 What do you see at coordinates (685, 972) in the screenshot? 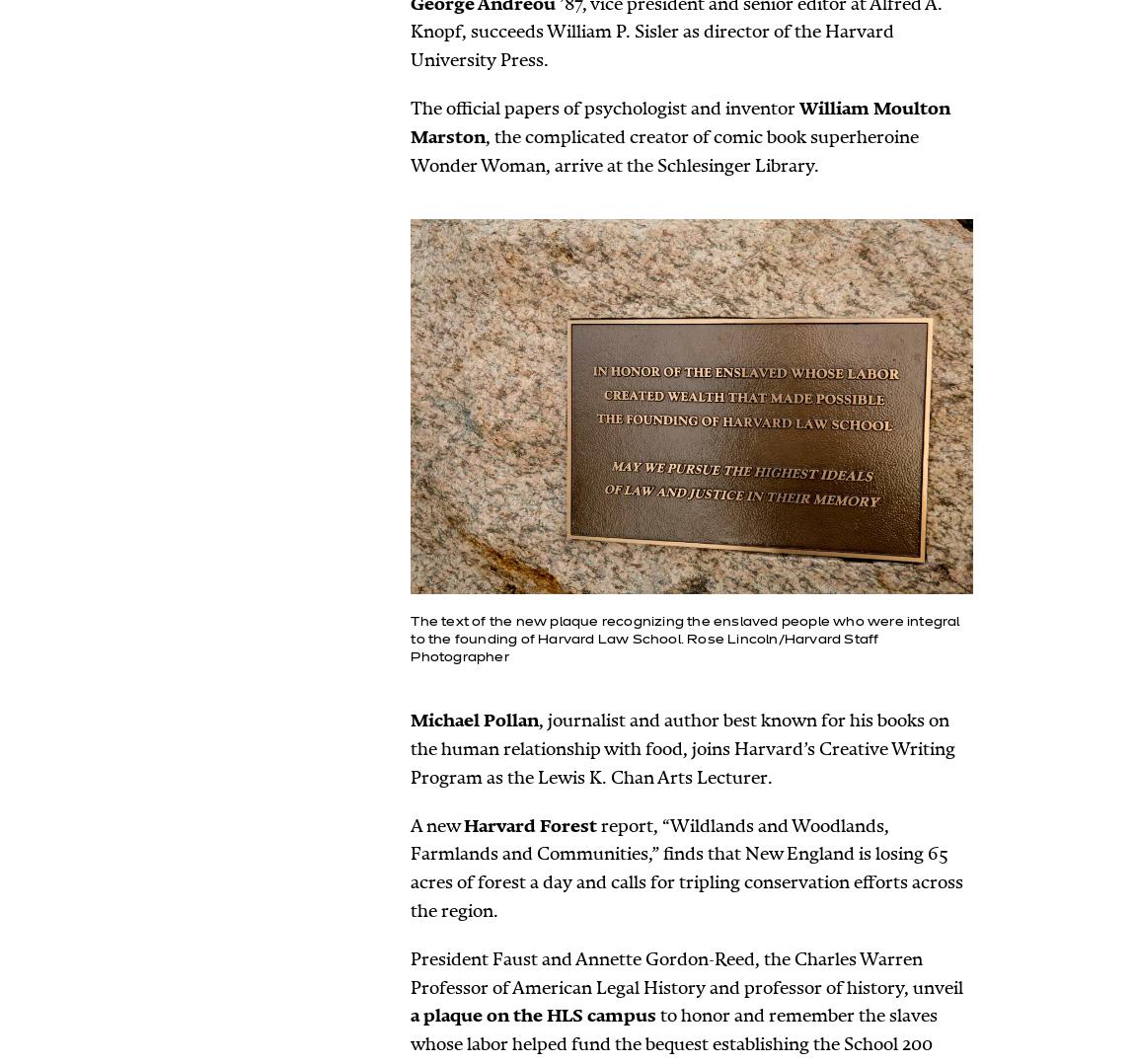
I see `'President Faust and Annette Gordon-Reed, the Charles Warren Professor of American Legal History and professor of history, unveil'` at bounding box center [685, 972].